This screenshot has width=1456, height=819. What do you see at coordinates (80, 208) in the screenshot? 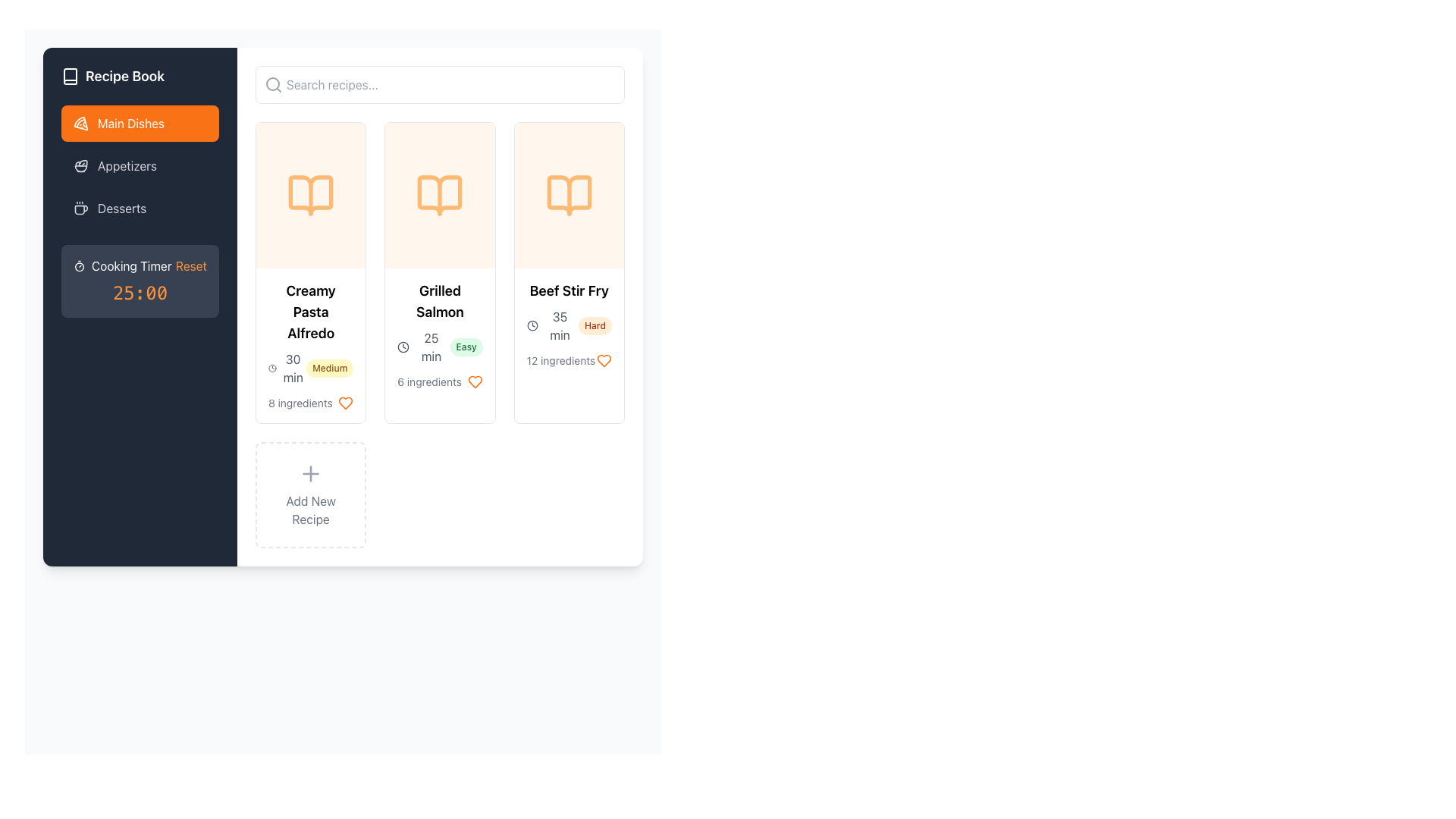
I see `the Coffee Cup icon located in the left-hand menu, adjacent to the 'Desserts' label` at bounding box center [80, 208].